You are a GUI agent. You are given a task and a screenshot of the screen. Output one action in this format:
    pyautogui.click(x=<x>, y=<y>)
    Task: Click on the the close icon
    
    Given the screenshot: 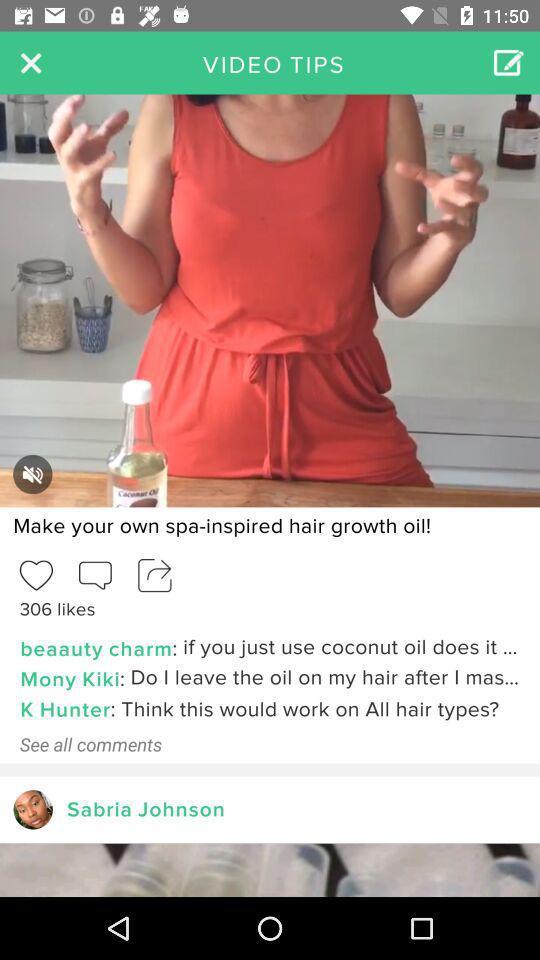 What is the action you would take?
    pyautogui.click(x=30, y=62)
    